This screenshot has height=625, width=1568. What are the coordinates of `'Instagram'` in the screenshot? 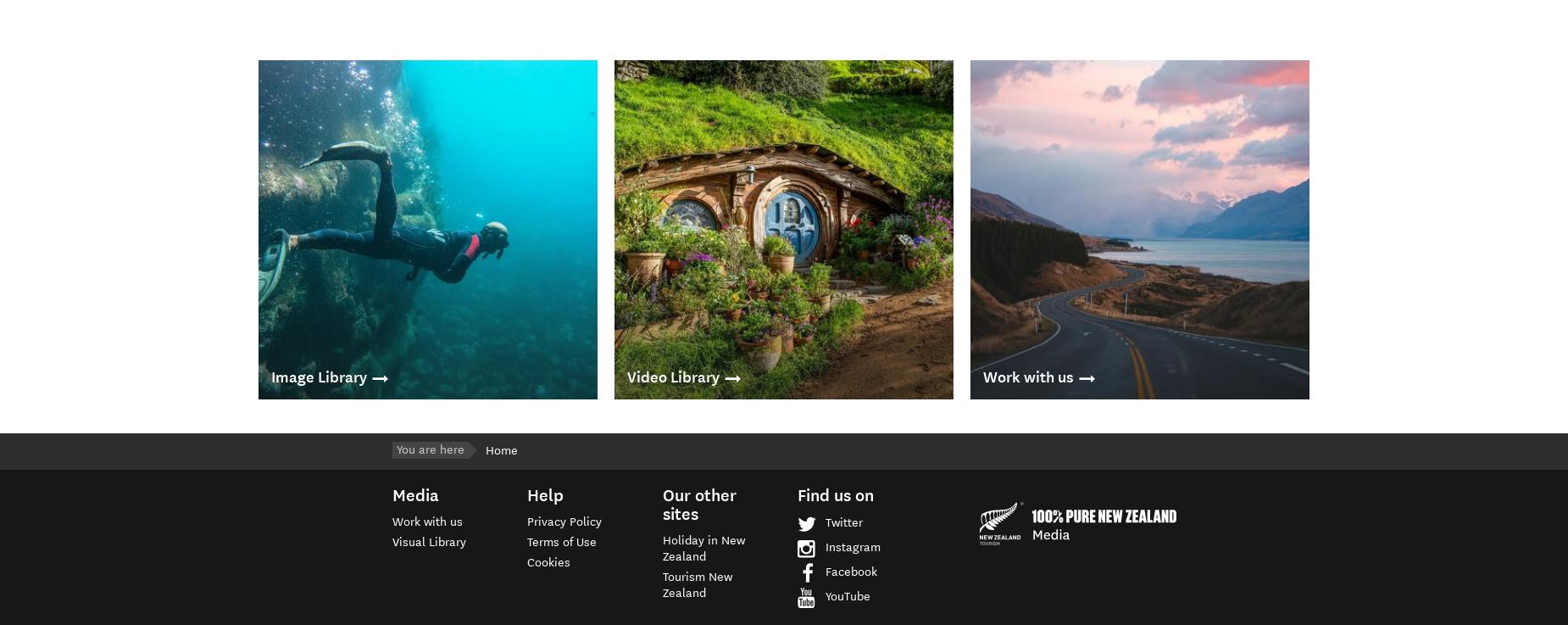 It's located at (852, 547).